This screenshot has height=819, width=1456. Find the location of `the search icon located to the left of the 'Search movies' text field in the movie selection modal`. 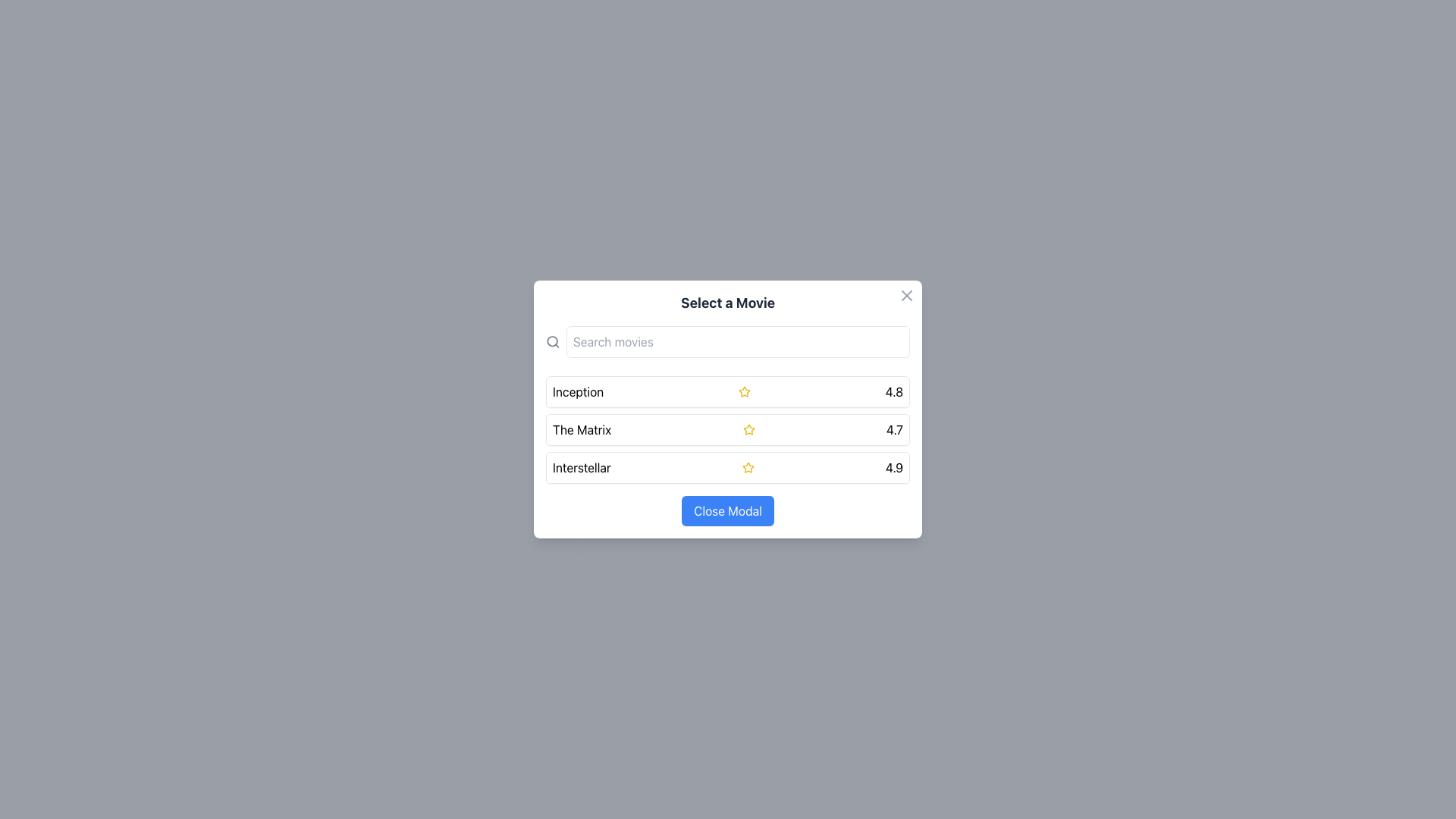

the search icon located to the left of the 'Search movies' text field in the movie selection modal is located at coordinates (552, 342).